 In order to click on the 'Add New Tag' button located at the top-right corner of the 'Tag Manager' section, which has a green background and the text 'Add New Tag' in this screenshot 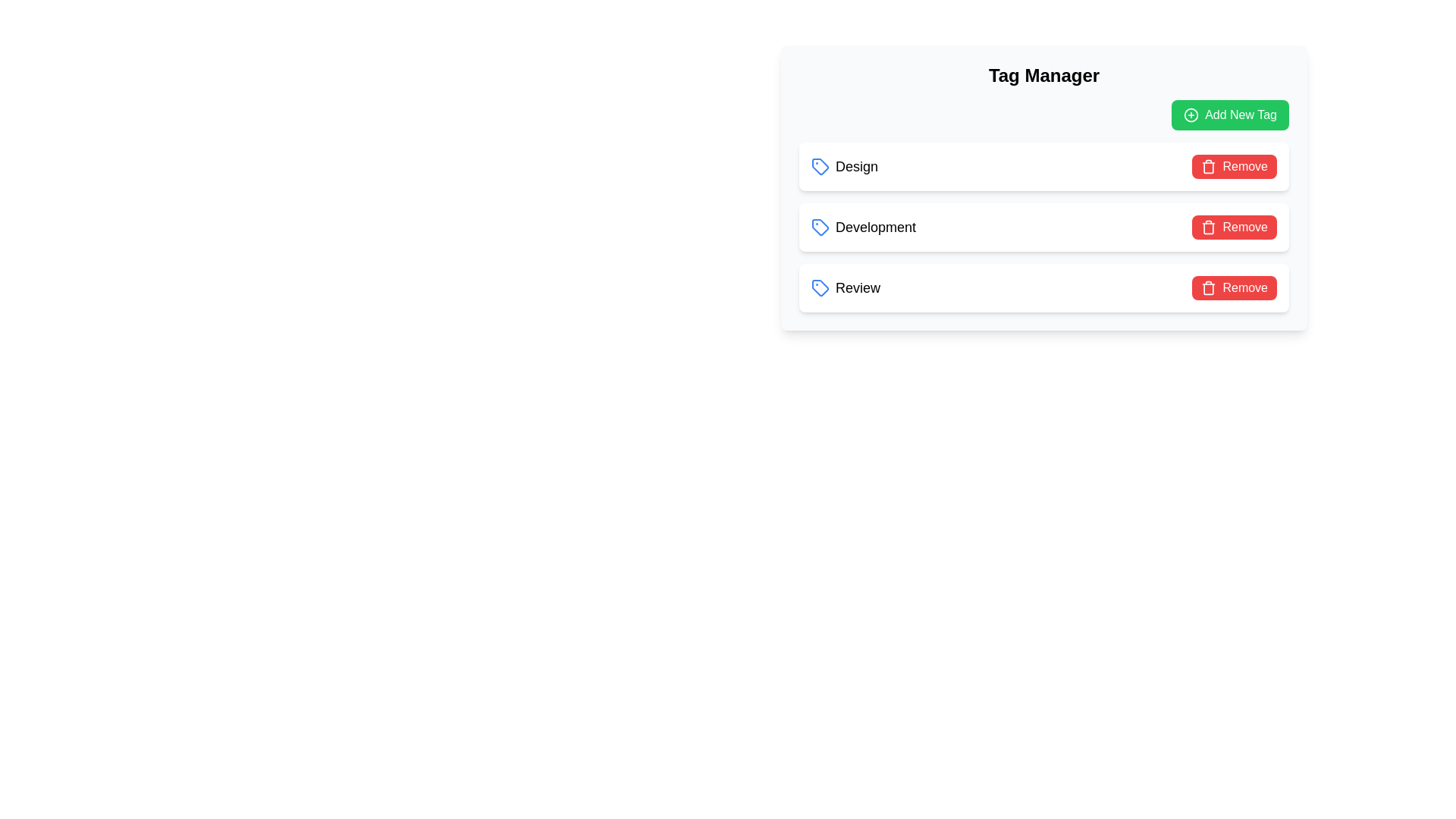, I will do `click(1191, 114)`.